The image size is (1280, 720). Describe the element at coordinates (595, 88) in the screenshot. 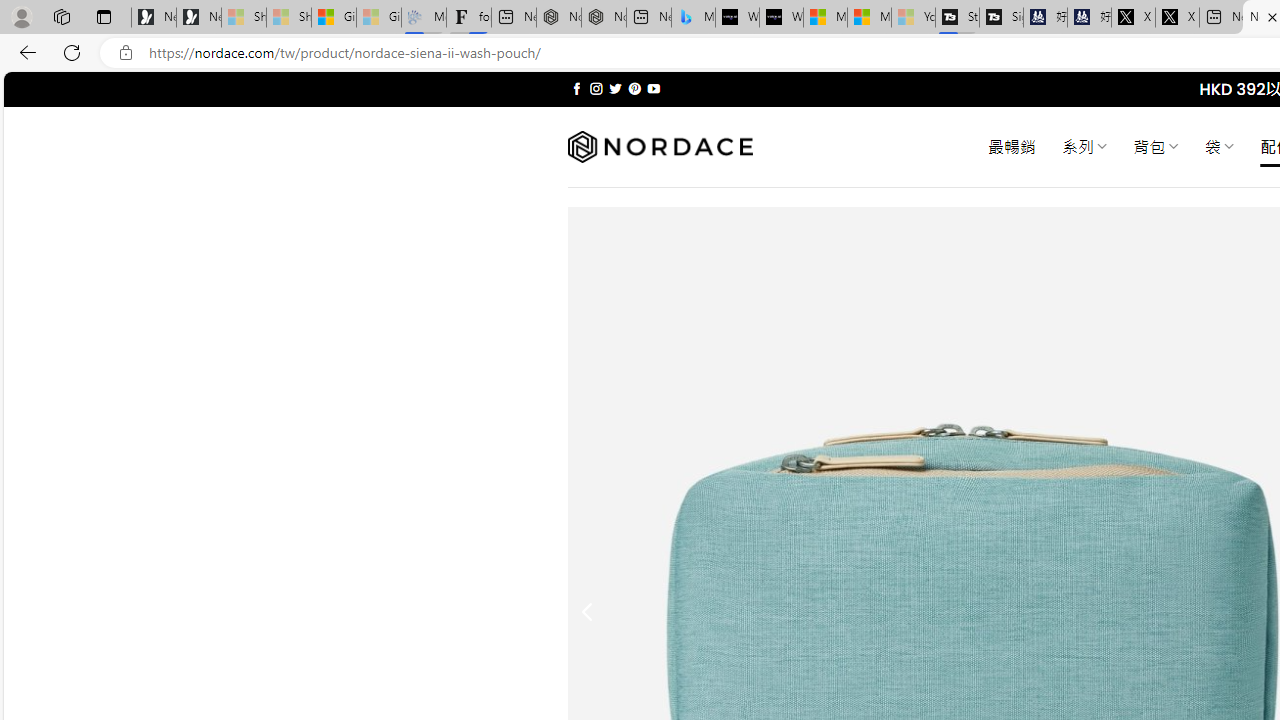

I see `'Follow on Instagram'` at that location.